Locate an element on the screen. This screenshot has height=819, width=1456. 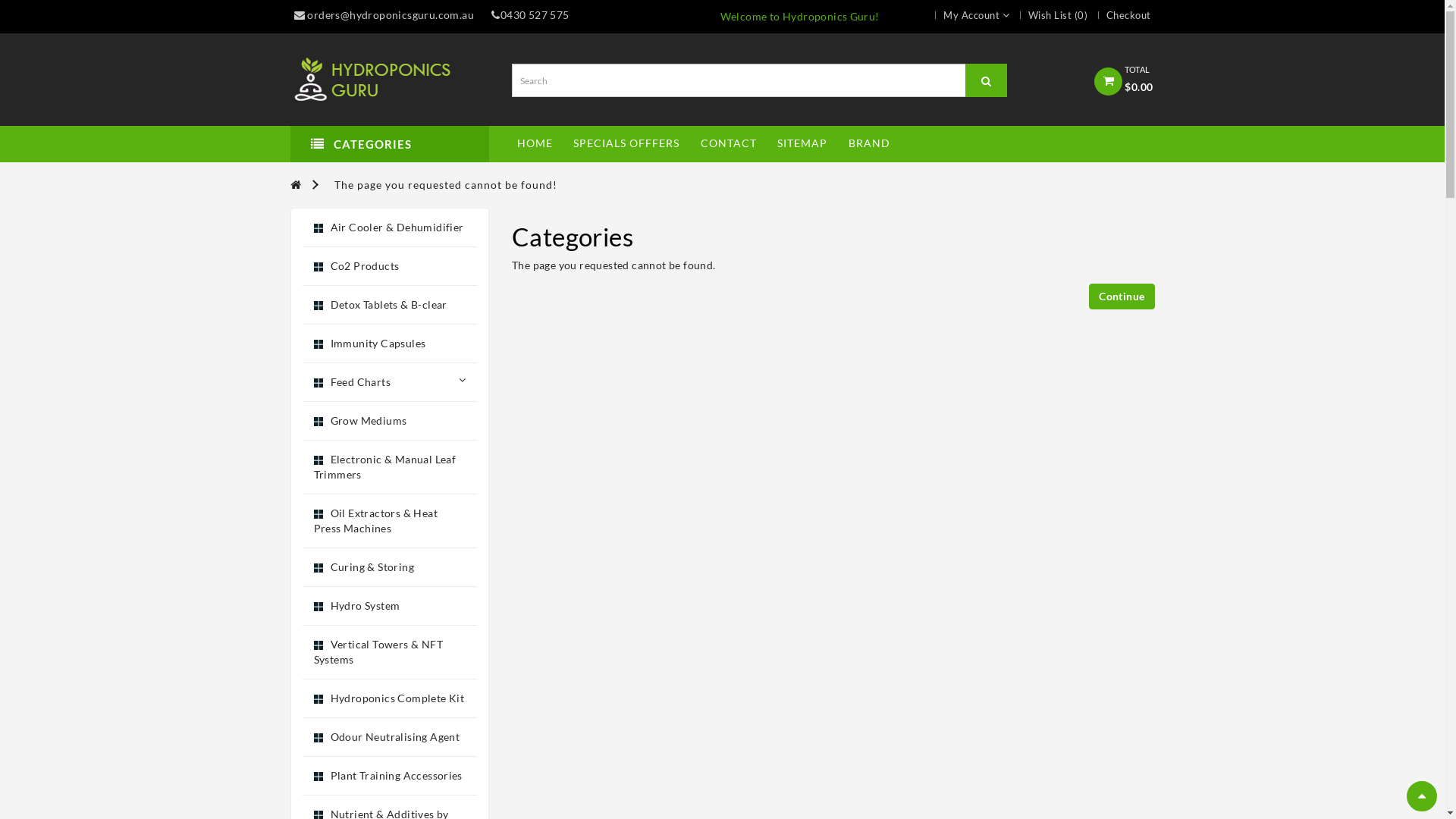
'Electronic & Manual Leaf Trimmers' is located at coordinates (389, 466).